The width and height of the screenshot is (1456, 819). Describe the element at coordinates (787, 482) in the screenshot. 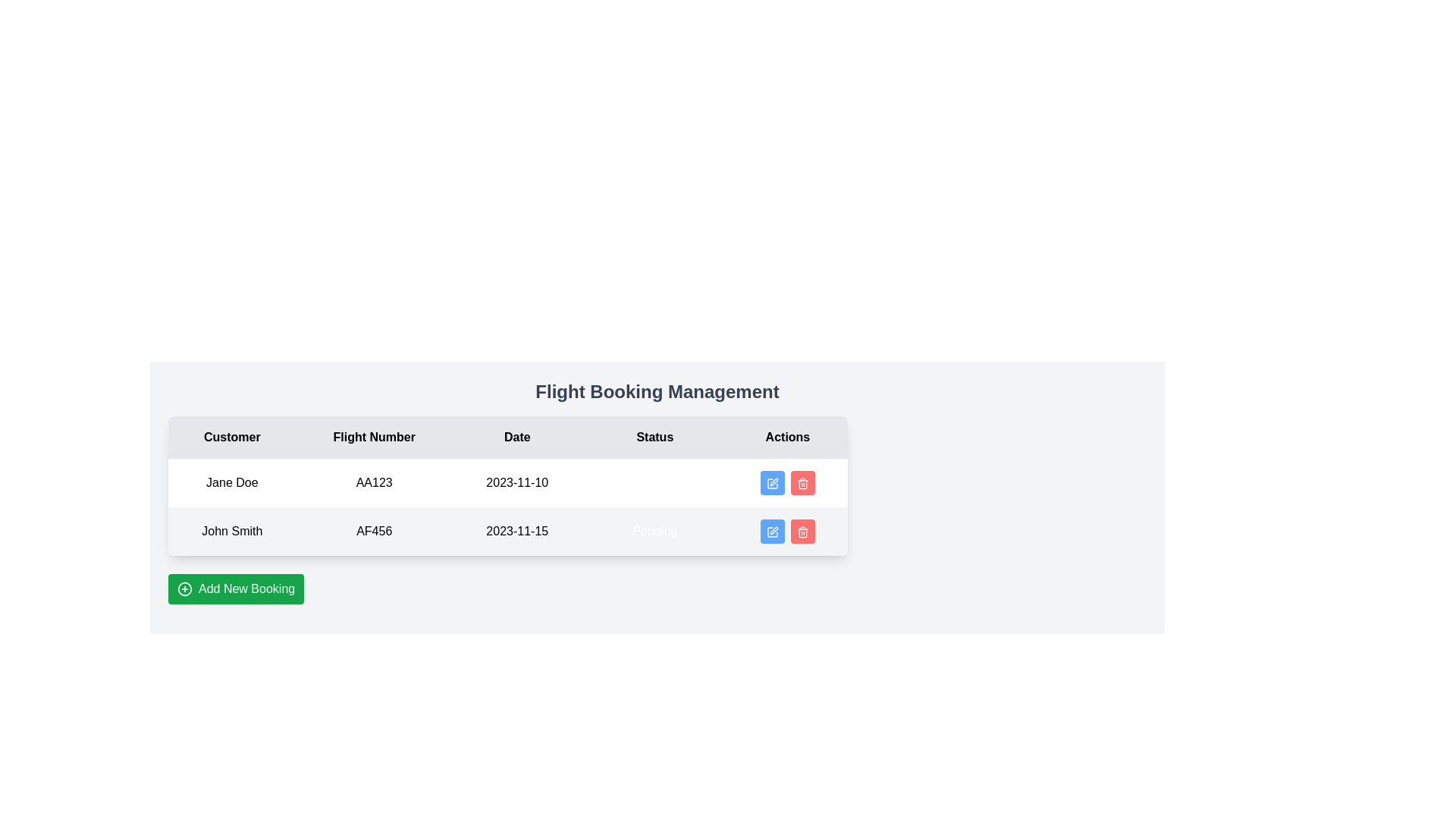

I see `the delete button located in the 'Actions' column, aligned to the right of the first row of the table, next to a blue 'edit' button` at that location.